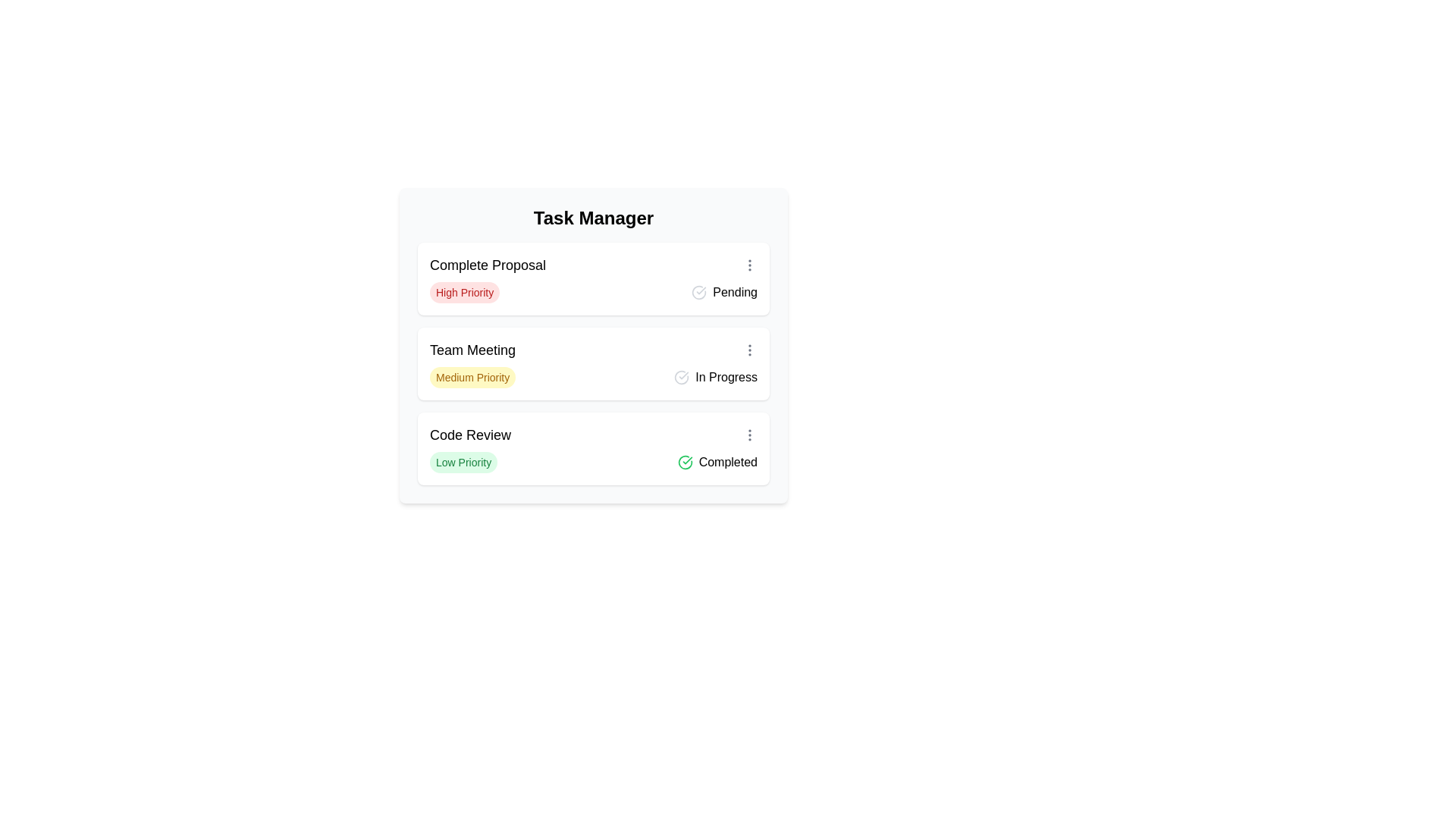  I want to click on the 'Code Review' text label located in the third row of the task list interface, which identifies the task among others, so click(469, 435).